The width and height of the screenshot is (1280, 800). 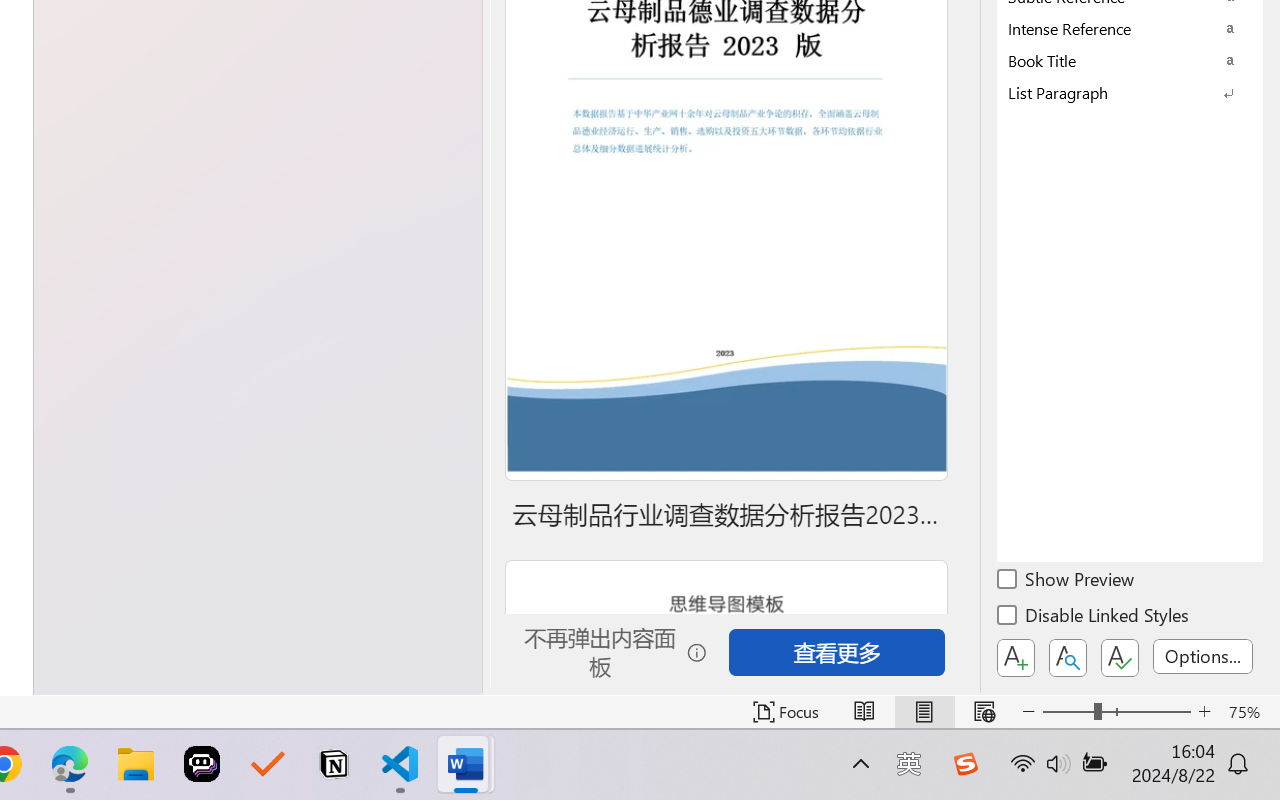 What do you see at coordinates (785, 711) in the screenshot?
I see `'Focus '` at bounding box center [785, 711].